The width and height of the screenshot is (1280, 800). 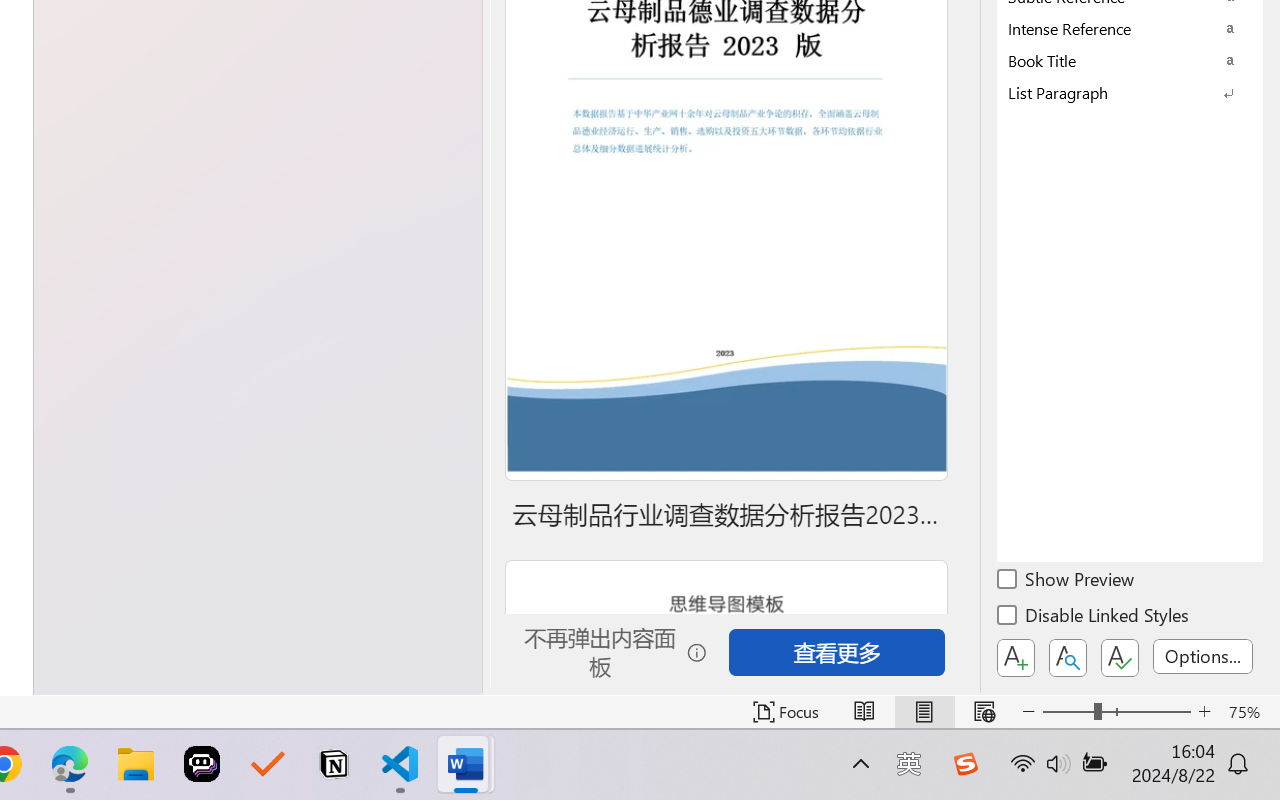 What do you see at coordinates (785, 711) in the screenshot?
I see `'Focus '` at bounding box center [785, 711].